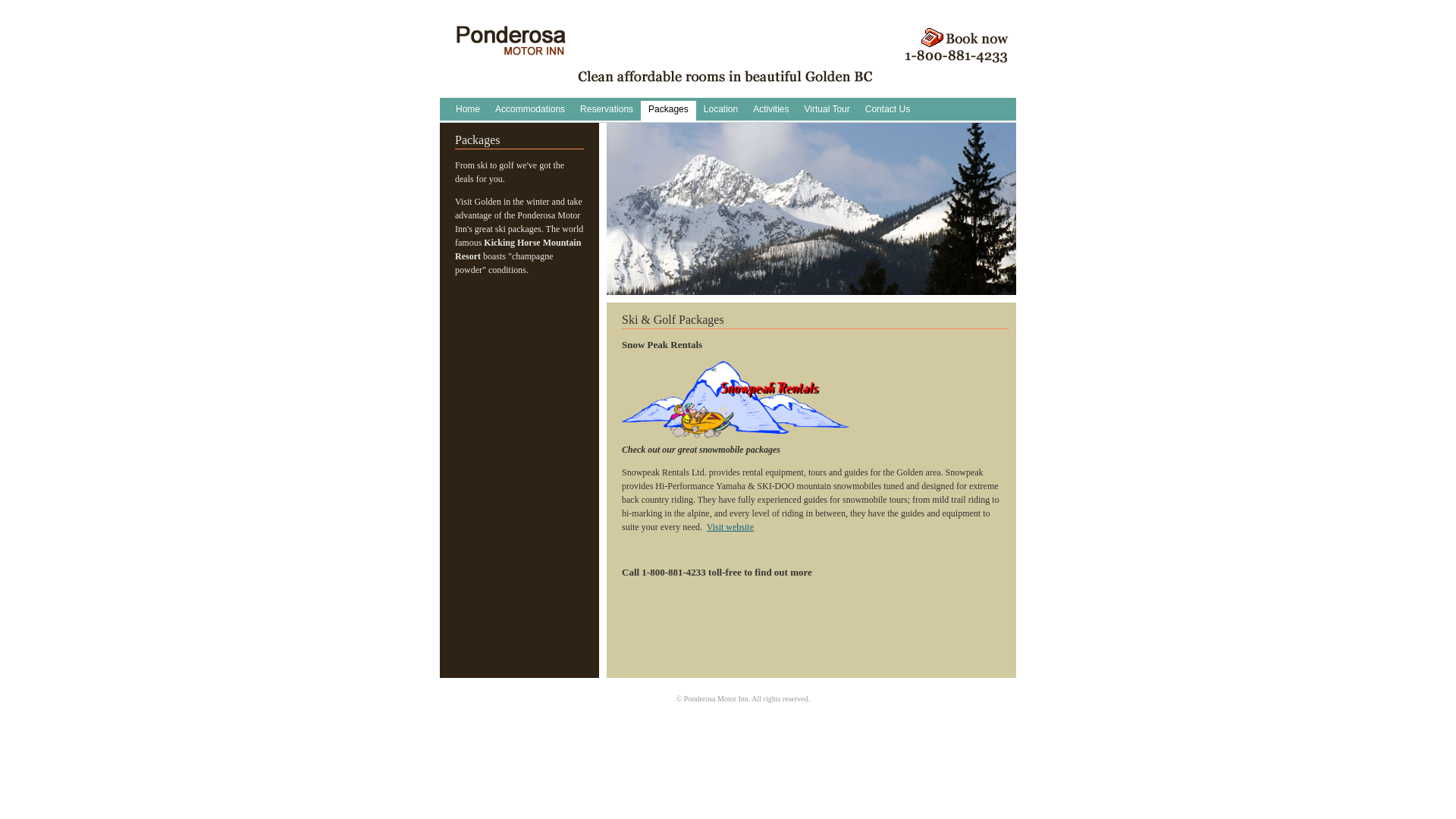  Describe the element at coordinates (510, 49) in the screenshot. I see `'Home'` at that location.